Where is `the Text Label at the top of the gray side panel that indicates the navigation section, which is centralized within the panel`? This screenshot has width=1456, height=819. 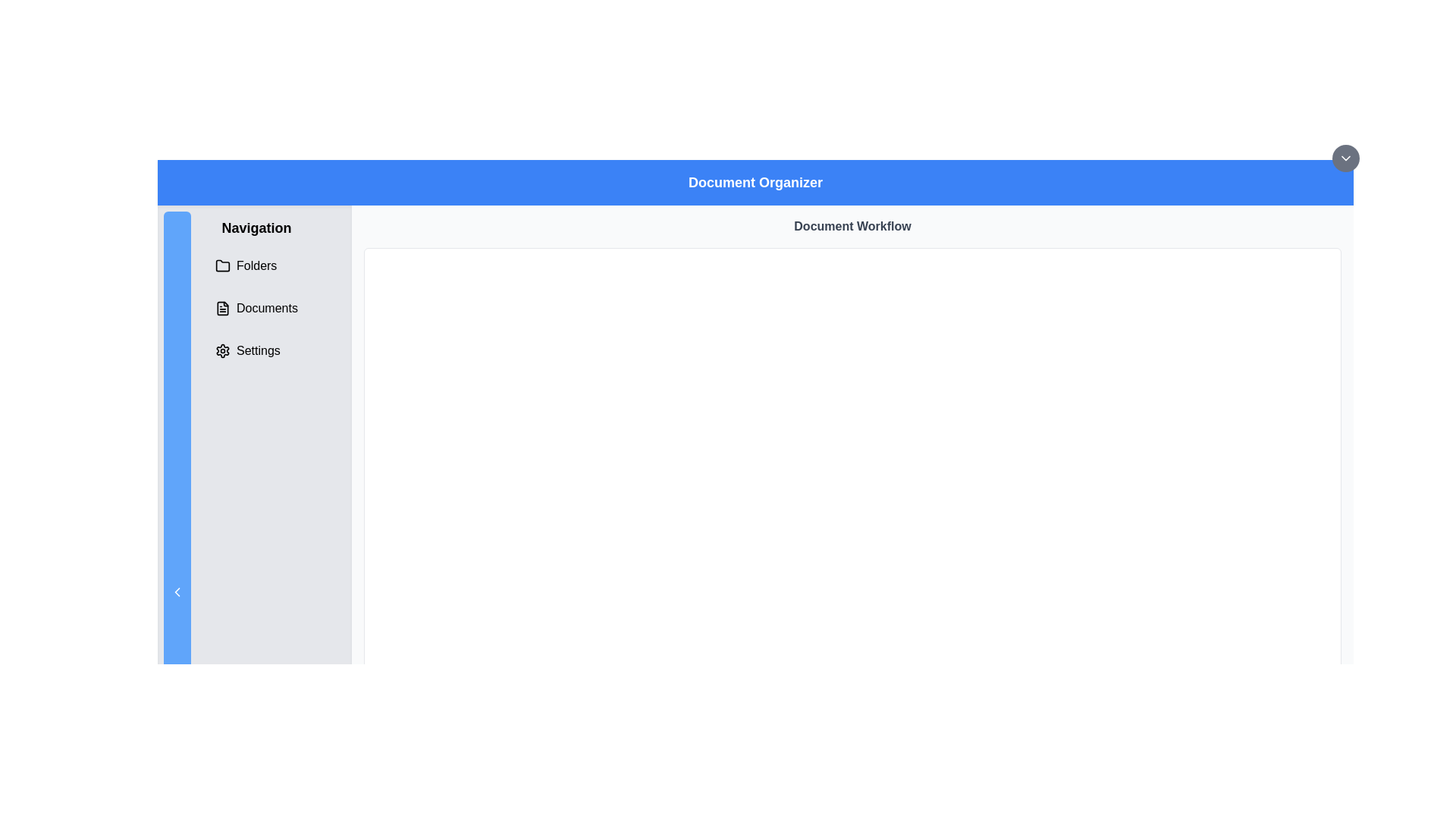 the Text Label at the top of the gray side panel that indicates the navigation section, which is centralized within the panel is located at coordinates (256, 227).